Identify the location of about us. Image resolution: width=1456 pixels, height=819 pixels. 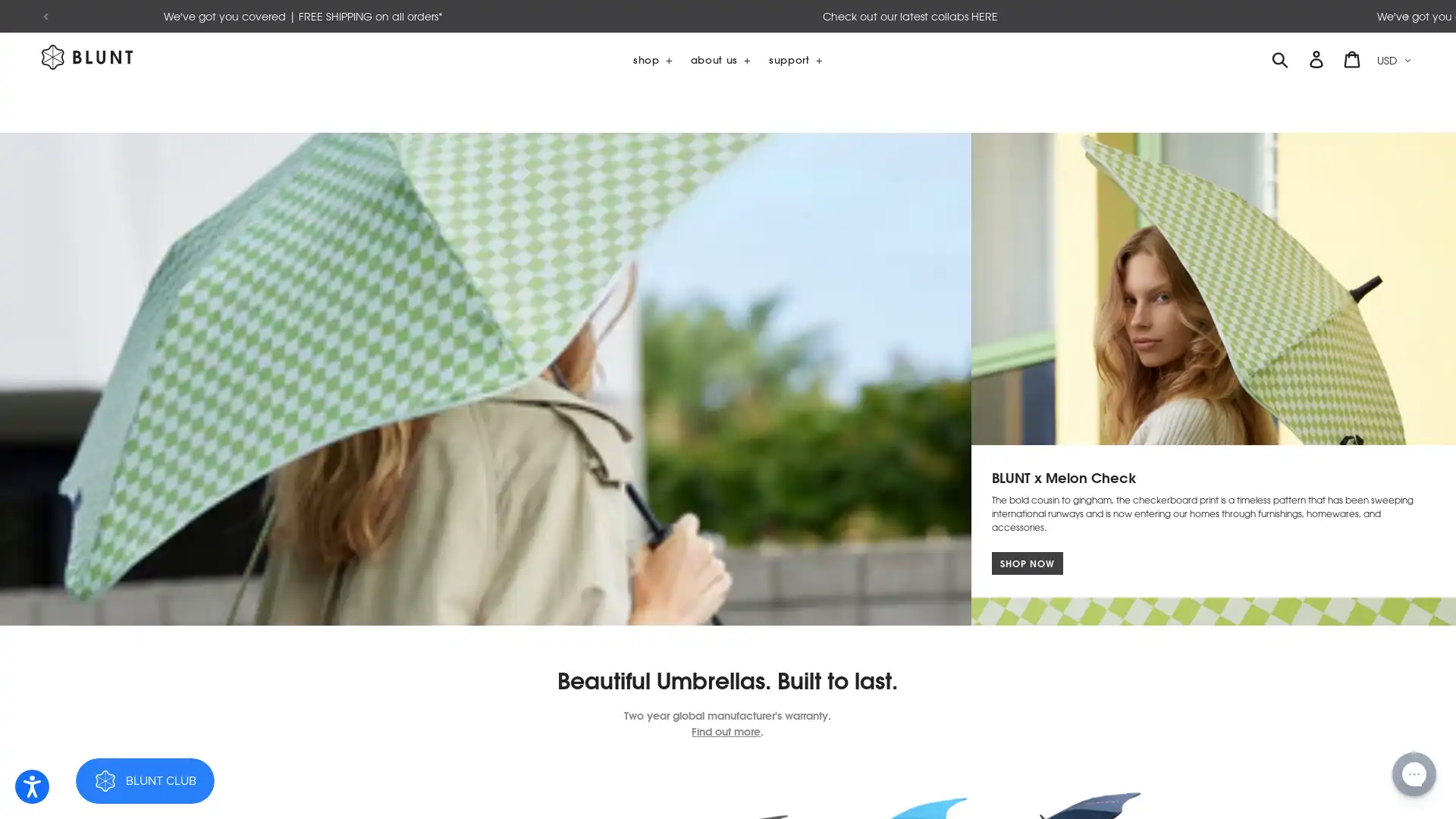
(720, 58).